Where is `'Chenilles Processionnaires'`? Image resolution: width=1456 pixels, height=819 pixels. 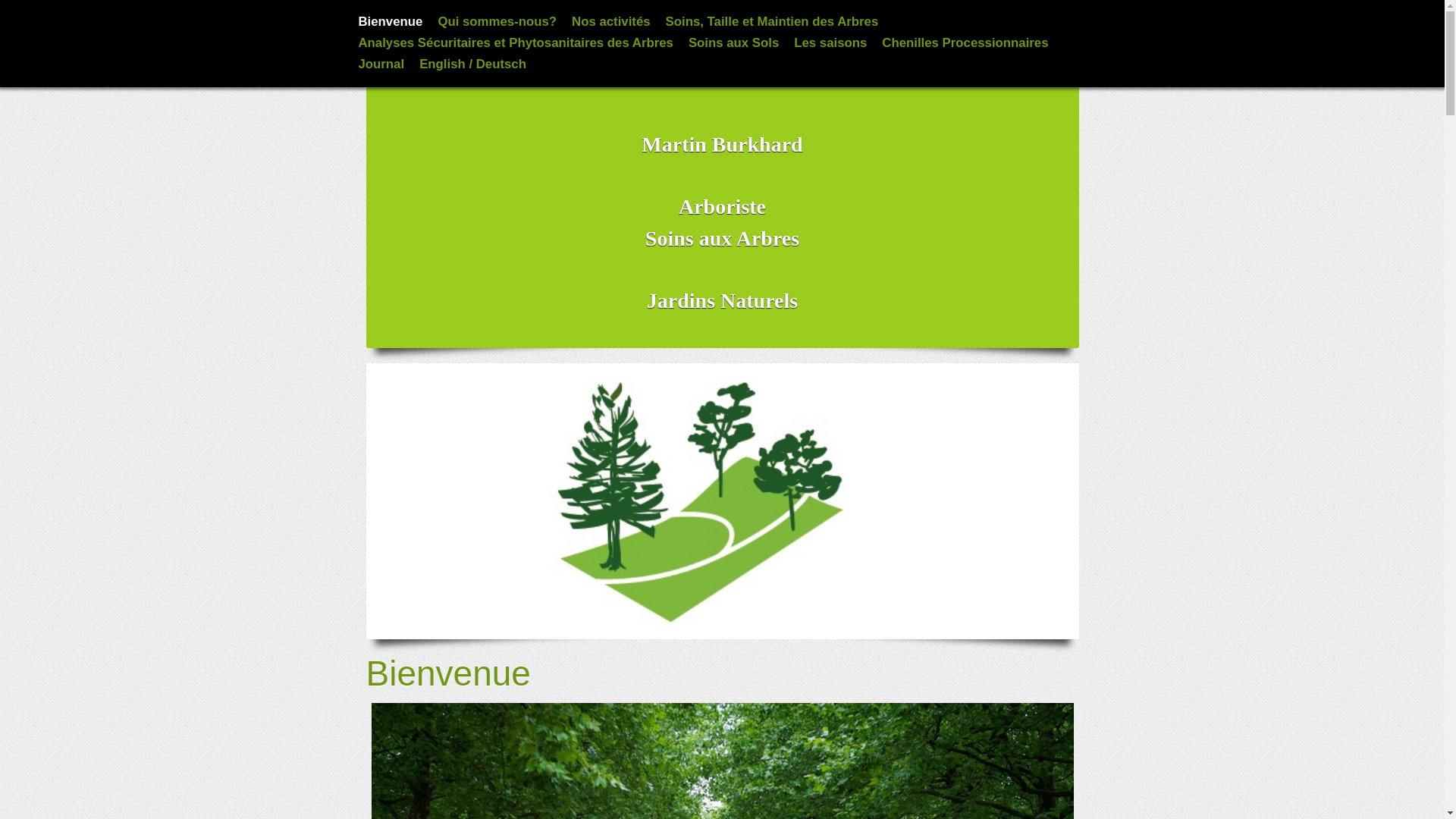
'Chenilles Processionnaires' is located at coordinates (964, 42).